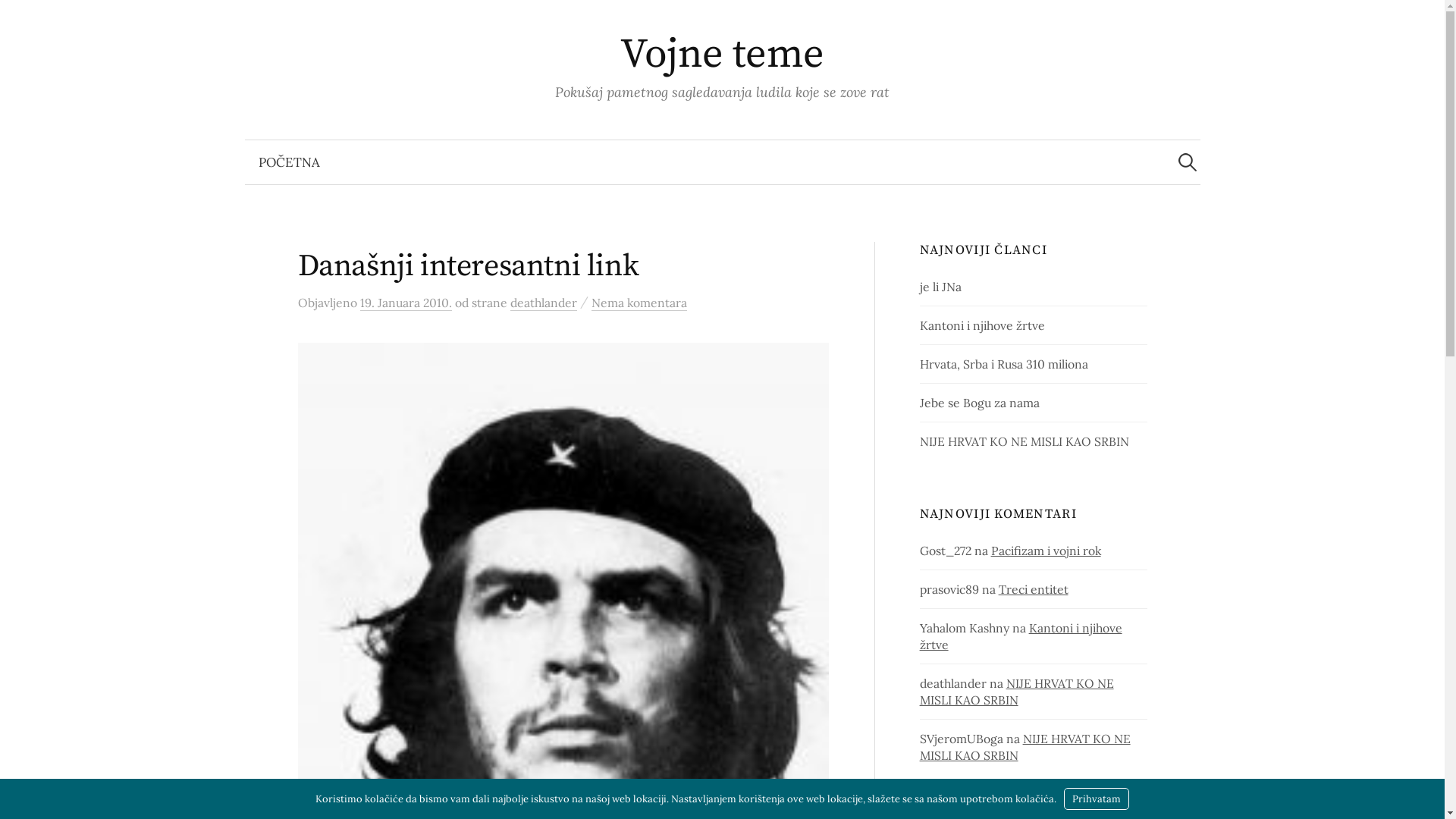 This screenshot has width=1456, height=819. Describe the element at coordinates (1016, 691) in the screenshot. I see `'NIJE HRVAT KO NE MISLI KAO SRBIN'` at that location.